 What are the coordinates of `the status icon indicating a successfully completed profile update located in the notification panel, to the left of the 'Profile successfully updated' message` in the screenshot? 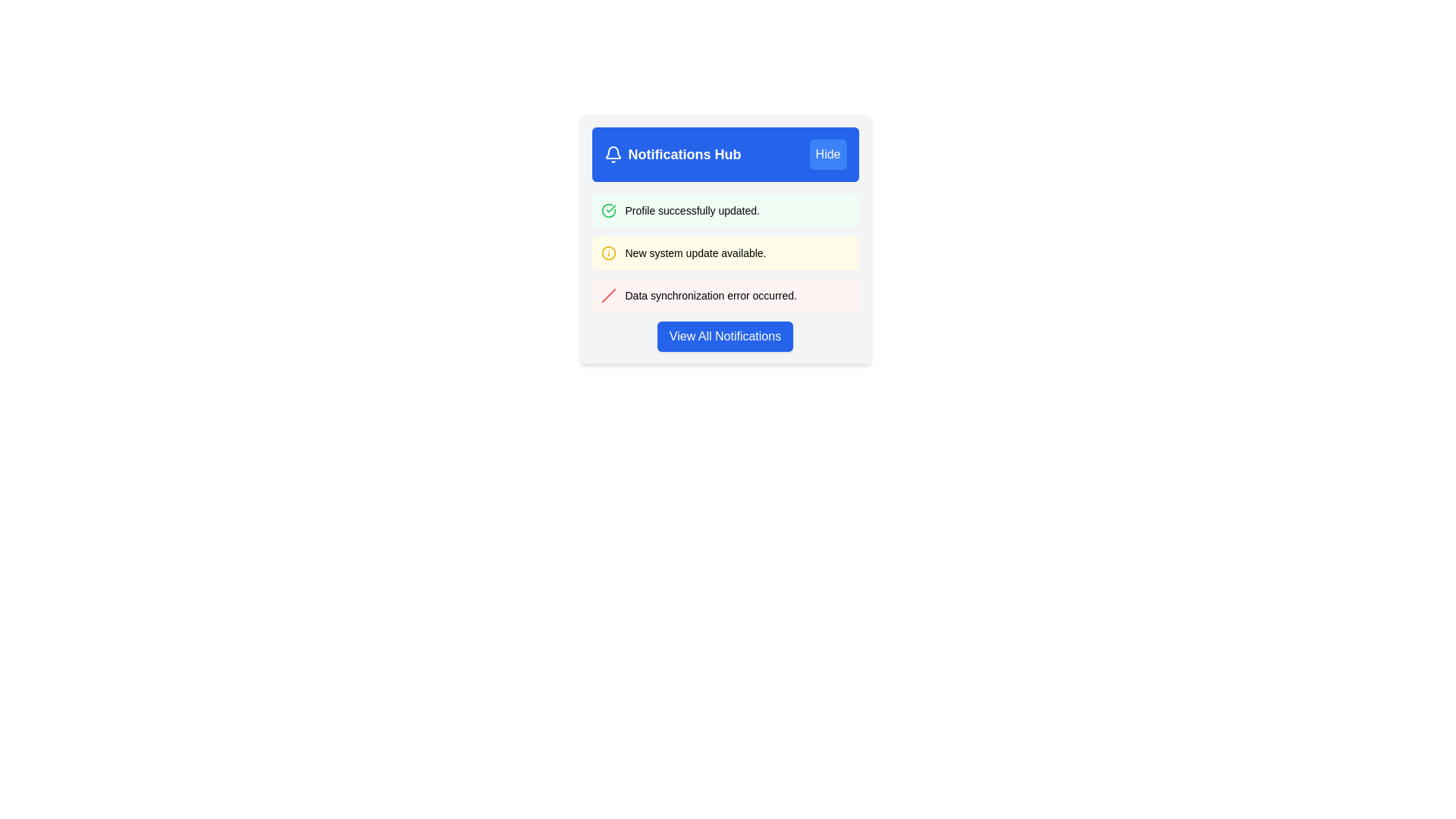 It's located at (608, 210).